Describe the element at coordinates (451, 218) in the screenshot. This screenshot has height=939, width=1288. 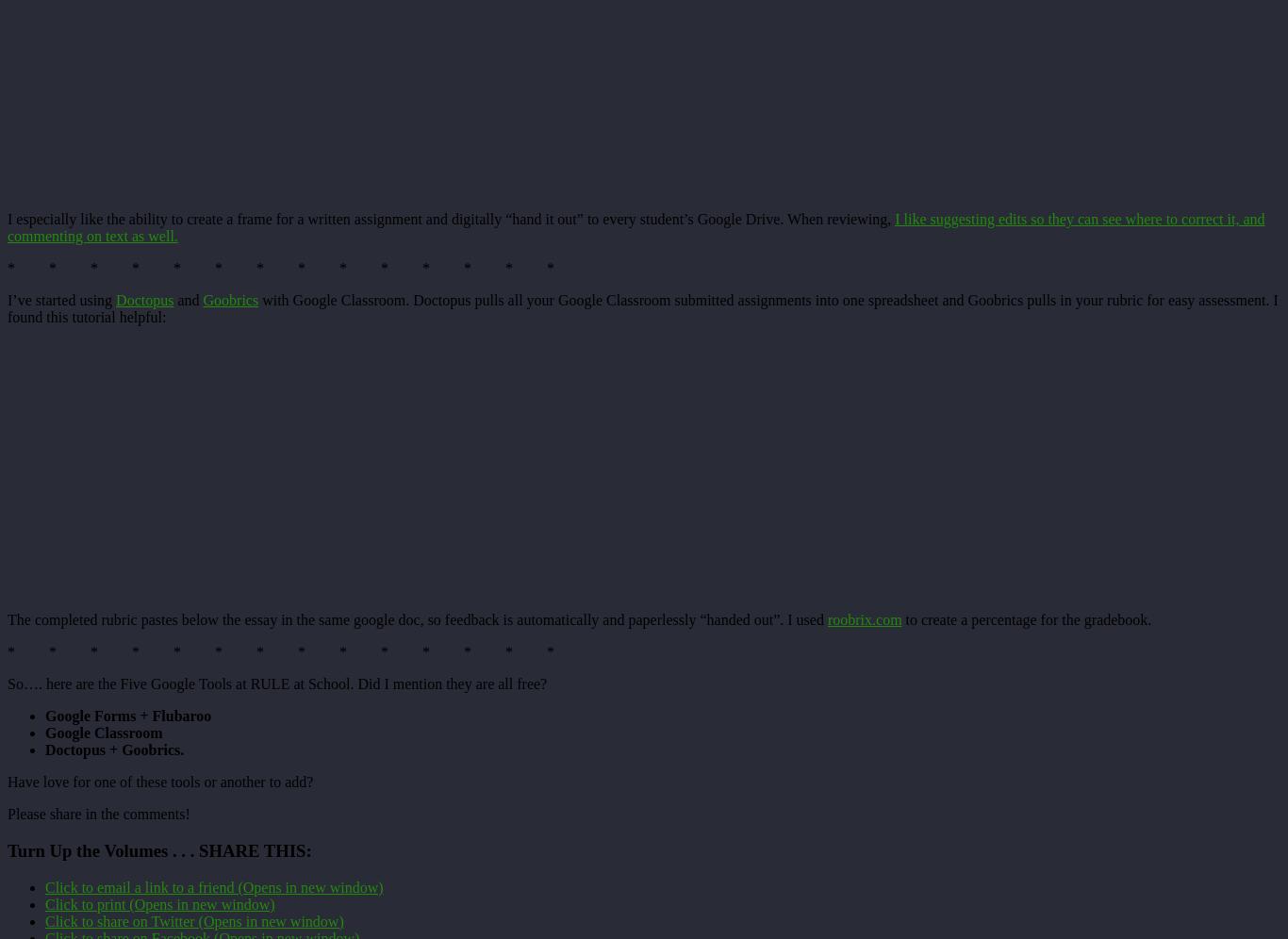
I see `'I especially like the ability to create a frame for a written assignment and digitally “hand it out” to every student’s Google Drive. When reviewing,'` at that location.